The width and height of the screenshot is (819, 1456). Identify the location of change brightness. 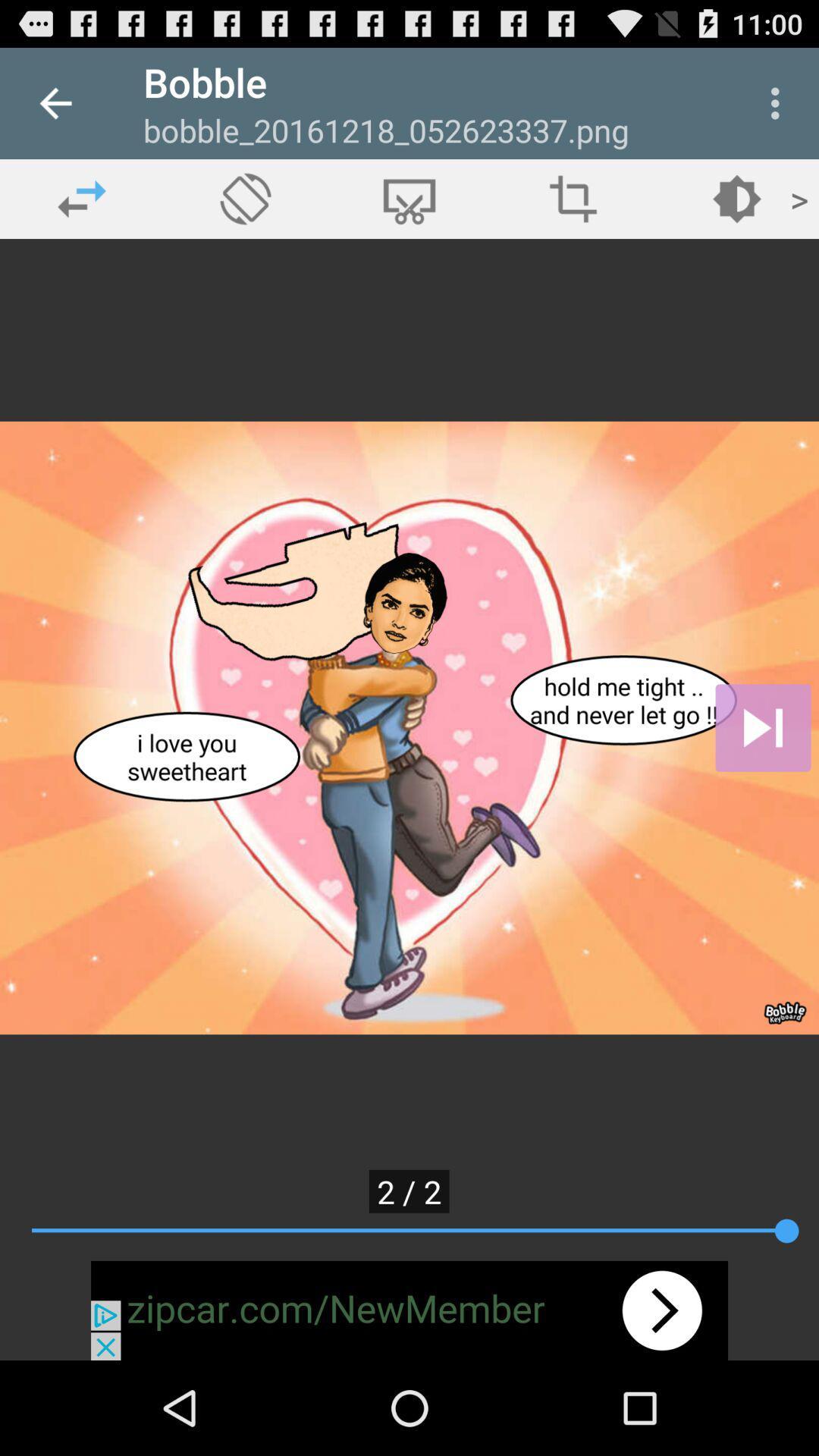
(736, 198).